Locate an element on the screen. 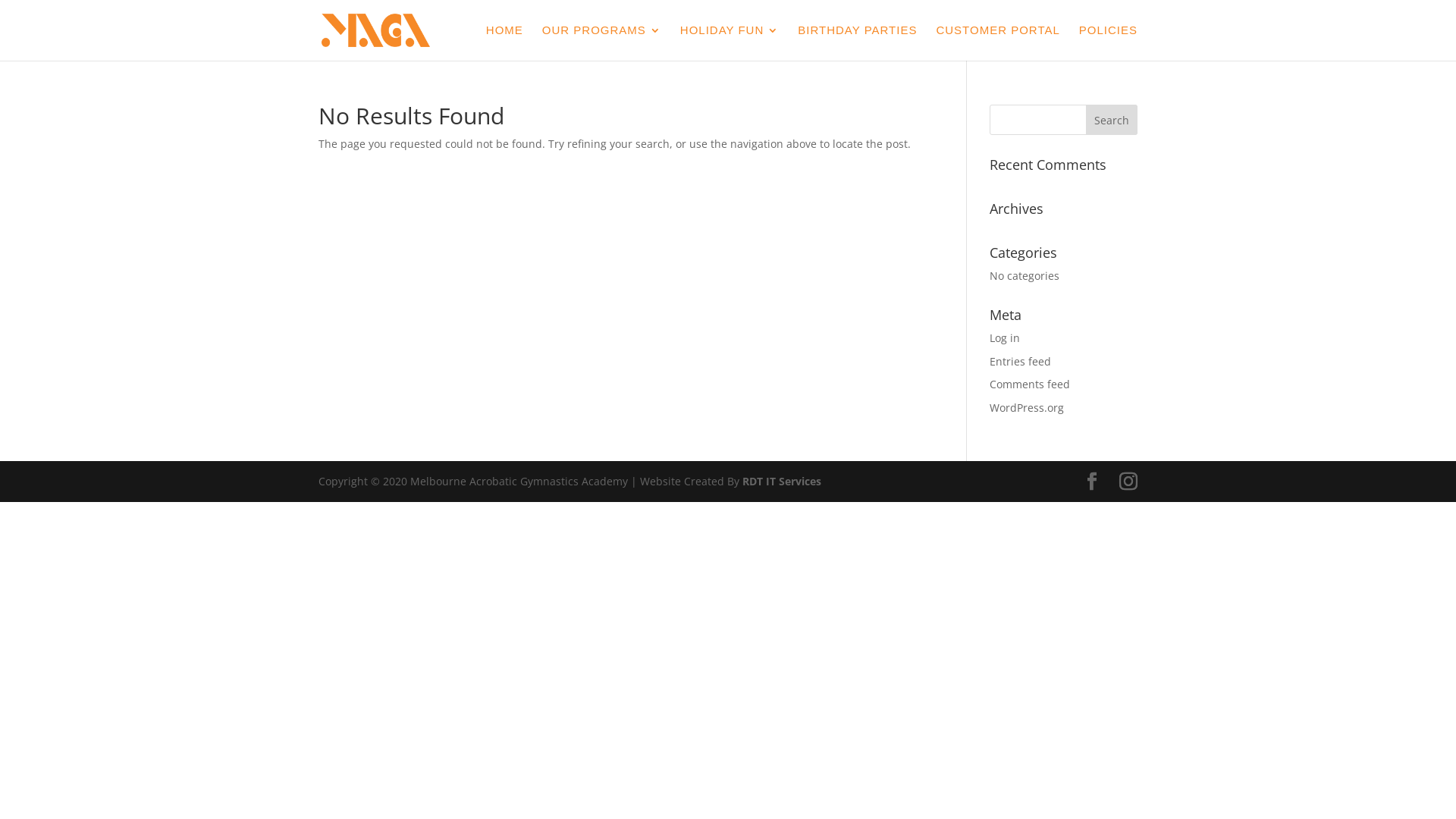 Image resolution: width=1456 pixels, height=819 pixels. 'RDT IT Services' is located at coordinates (782, 481).